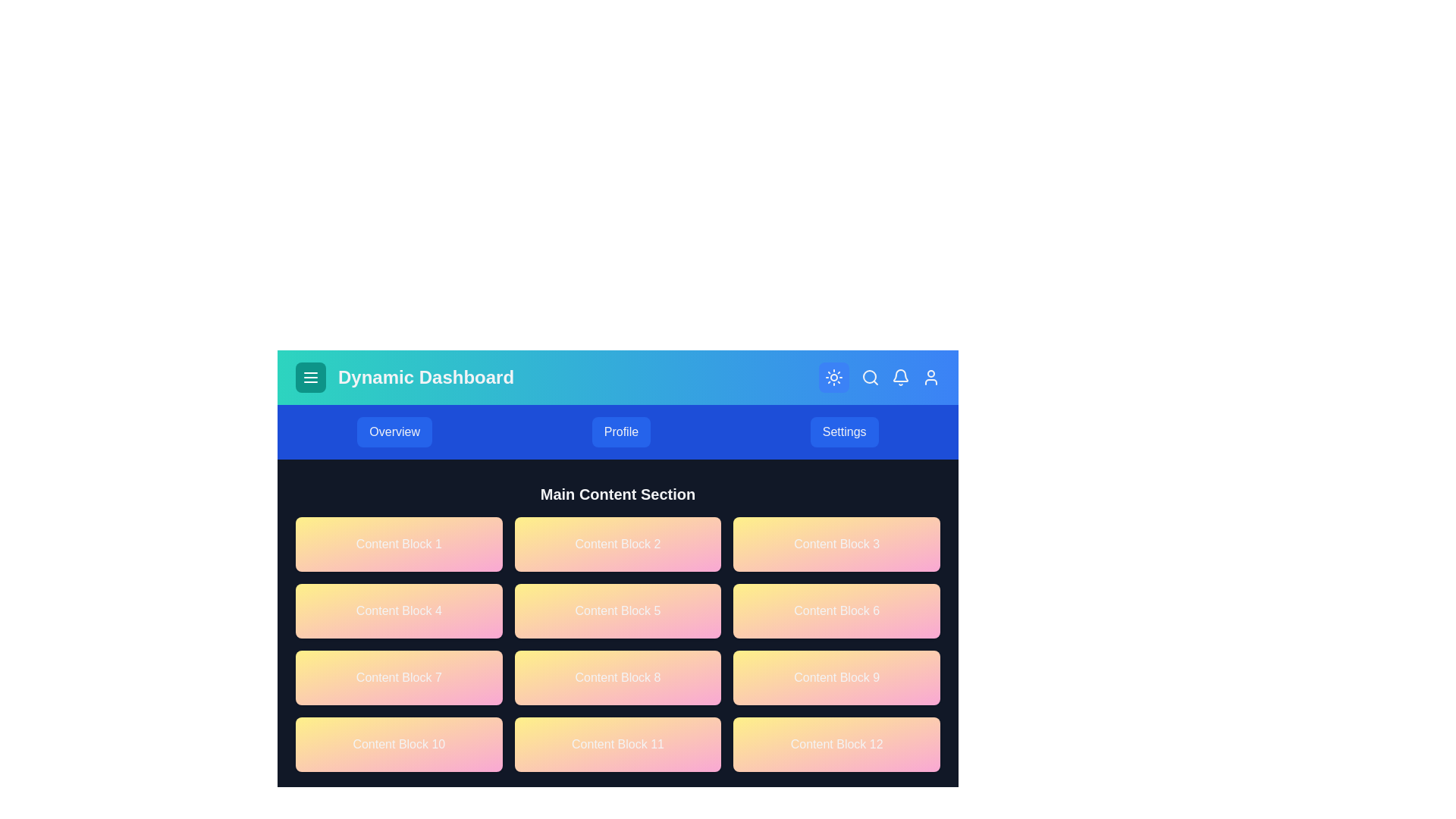 Image resolution: width=1456 pixels, height=819 pixels. What do you see at coordinates (833, 376) in the screenshot?
I see `the sun/moon icon to toggle between dark and light mode` at bounding box center [833, 376].